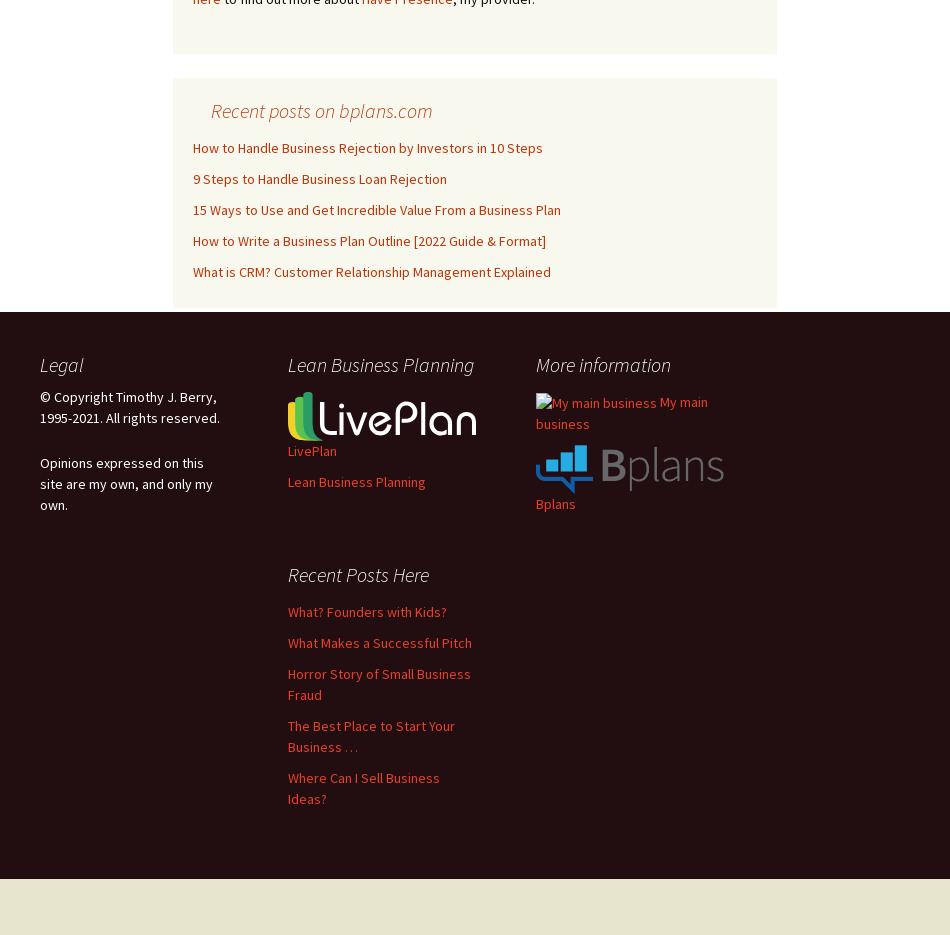  What do you see at coordinates (367, 146) in the screenshot?
I see `'How to Handle Business Rejection by Investors in 10 Steps'` at bounding box center [367, 146].